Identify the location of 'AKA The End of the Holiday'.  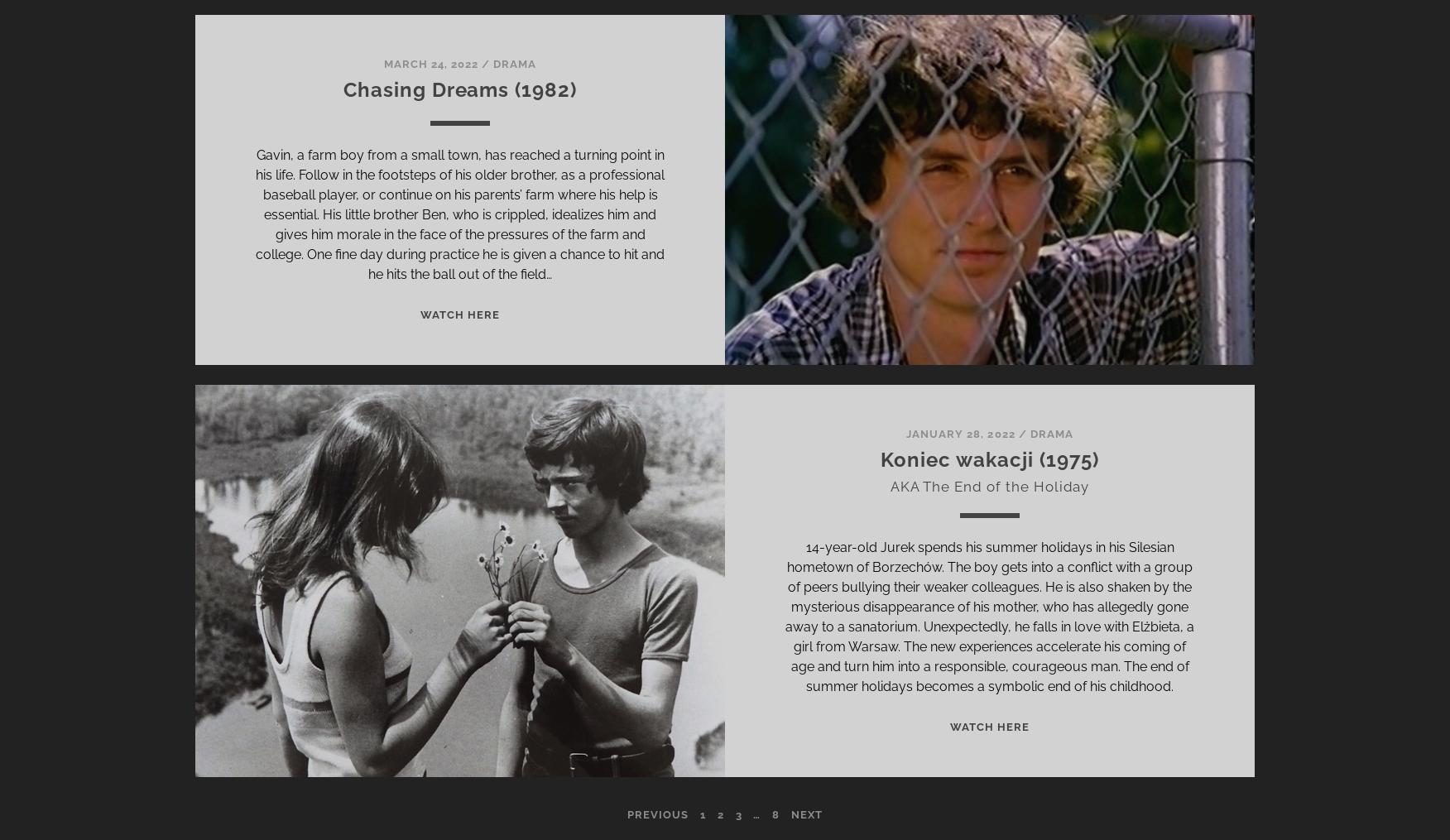
(989, 485).